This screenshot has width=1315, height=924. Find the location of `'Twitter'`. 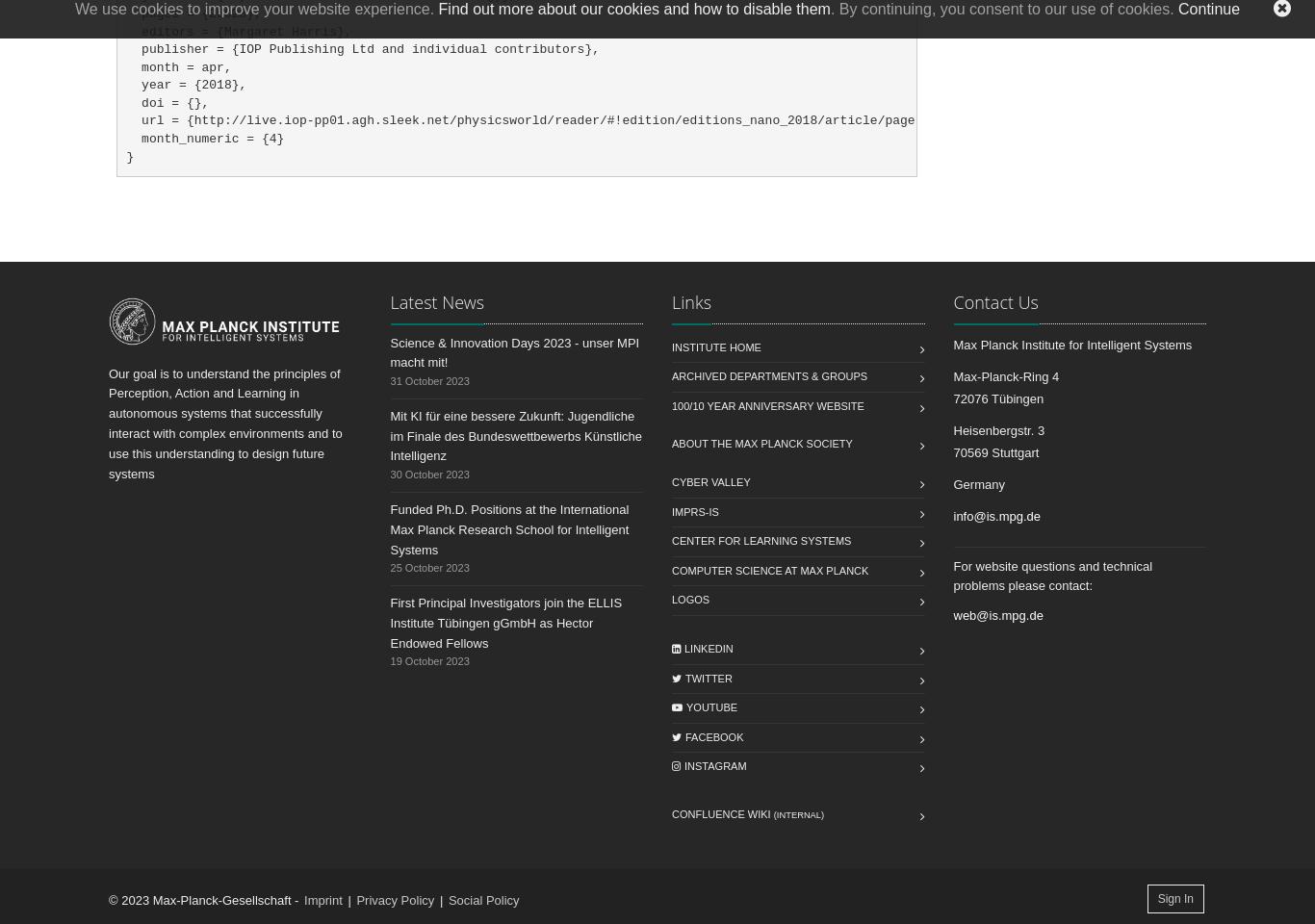

'Twitter' is located at coordinates (709, 677).